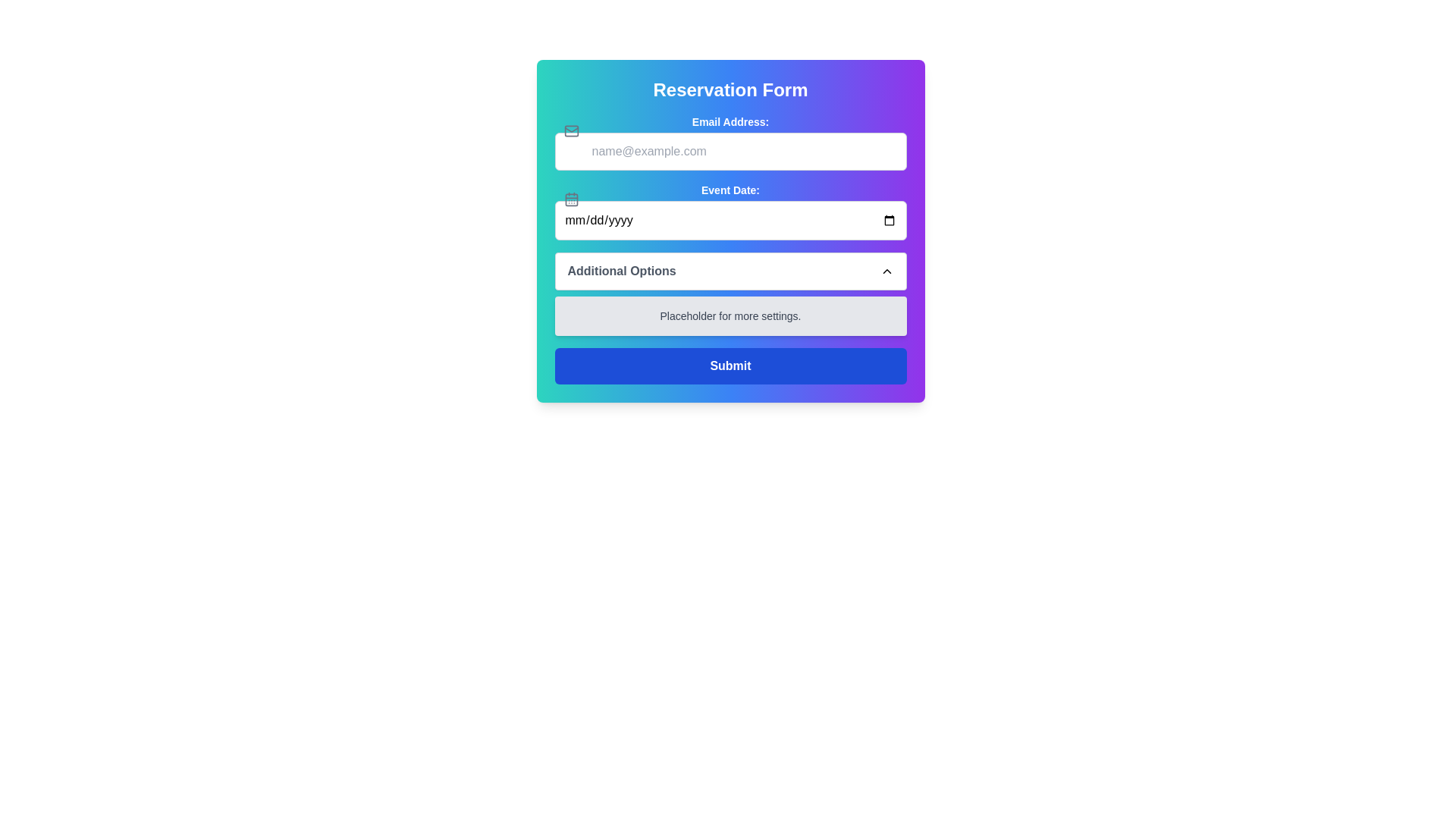 Image resolution: width=1456 pixels, height=819 pixels. What do you see at coordinates (570, 130) in the screenshot?
I see `the Icon segment of the mail icon, which is part of the input field for entering an email address located to the left edge of the input field labeled 'Email Address'` at bounding box center [570, 130].